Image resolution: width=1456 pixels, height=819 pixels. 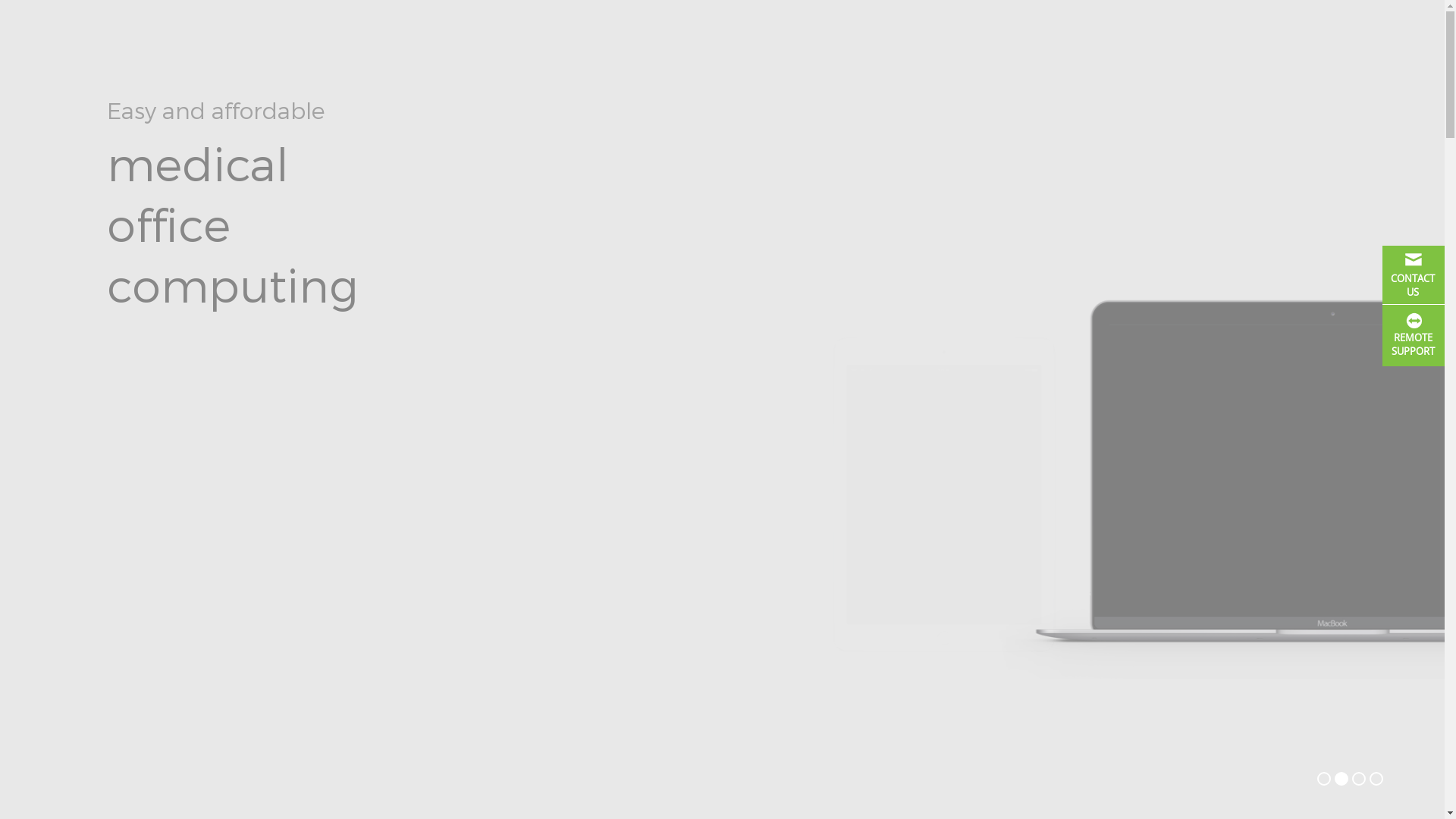 What do you see at coordinates (1412, 334) in the screenshot?
I see `'REMOTE SUPPORT'` at bounding box center [1412, 334].